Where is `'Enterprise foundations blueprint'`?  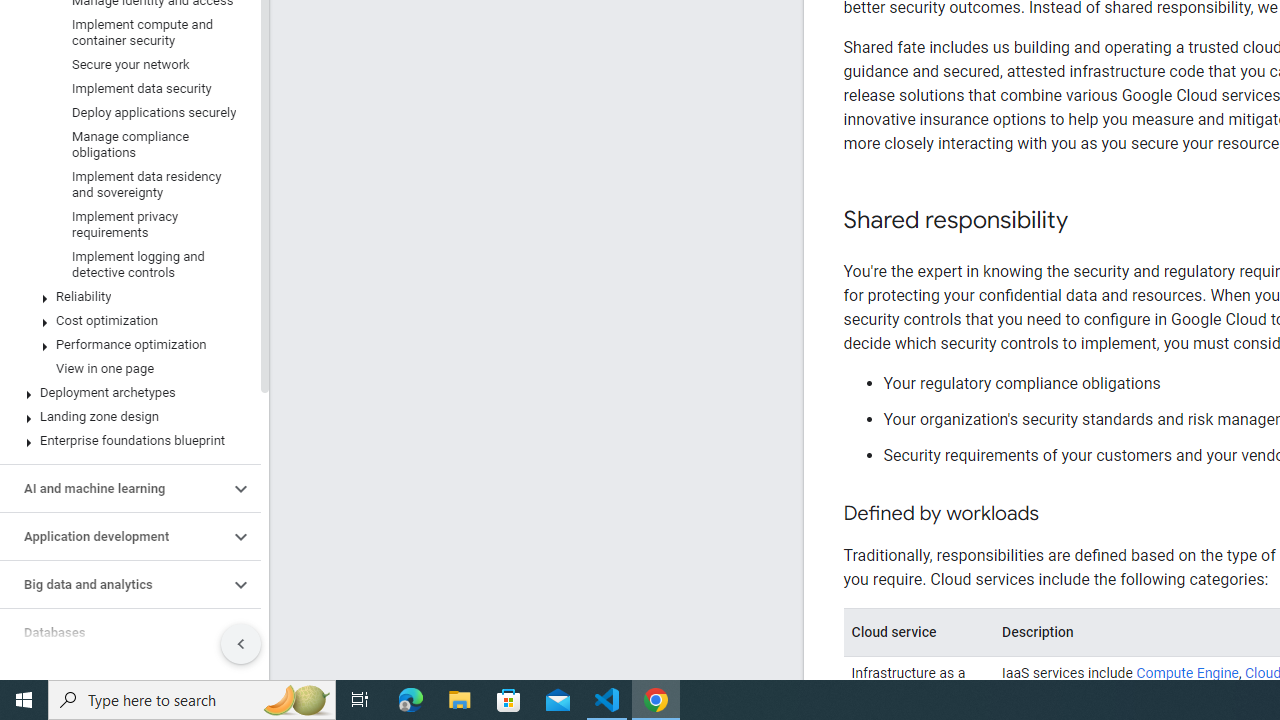 'Enterprise foundations blueprint' is located at coordinates (125, 440).